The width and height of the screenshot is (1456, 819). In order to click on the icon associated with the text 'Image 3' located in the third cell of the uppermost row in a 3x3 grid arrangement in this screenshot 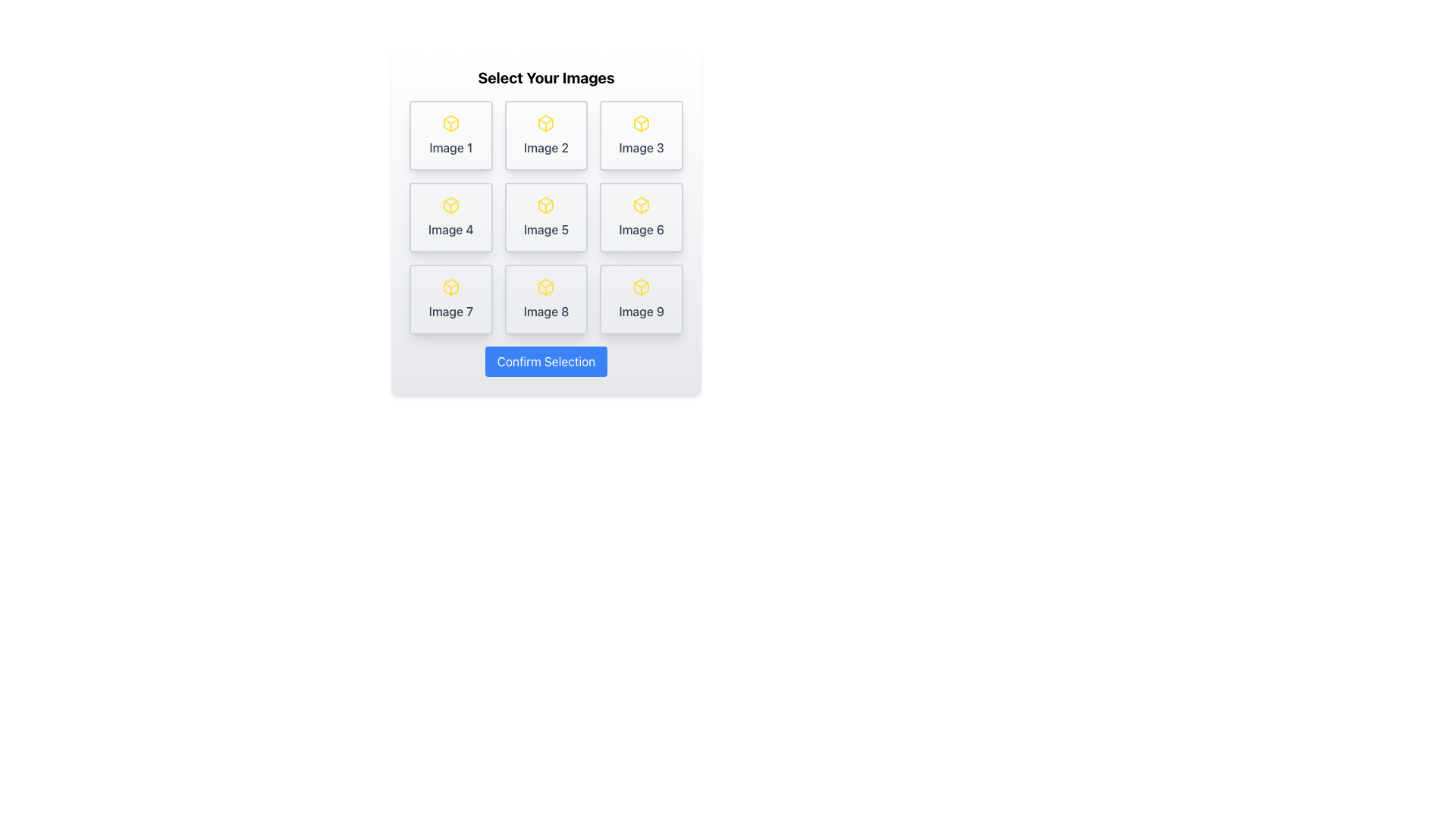, I will do `click(641, 122)`.